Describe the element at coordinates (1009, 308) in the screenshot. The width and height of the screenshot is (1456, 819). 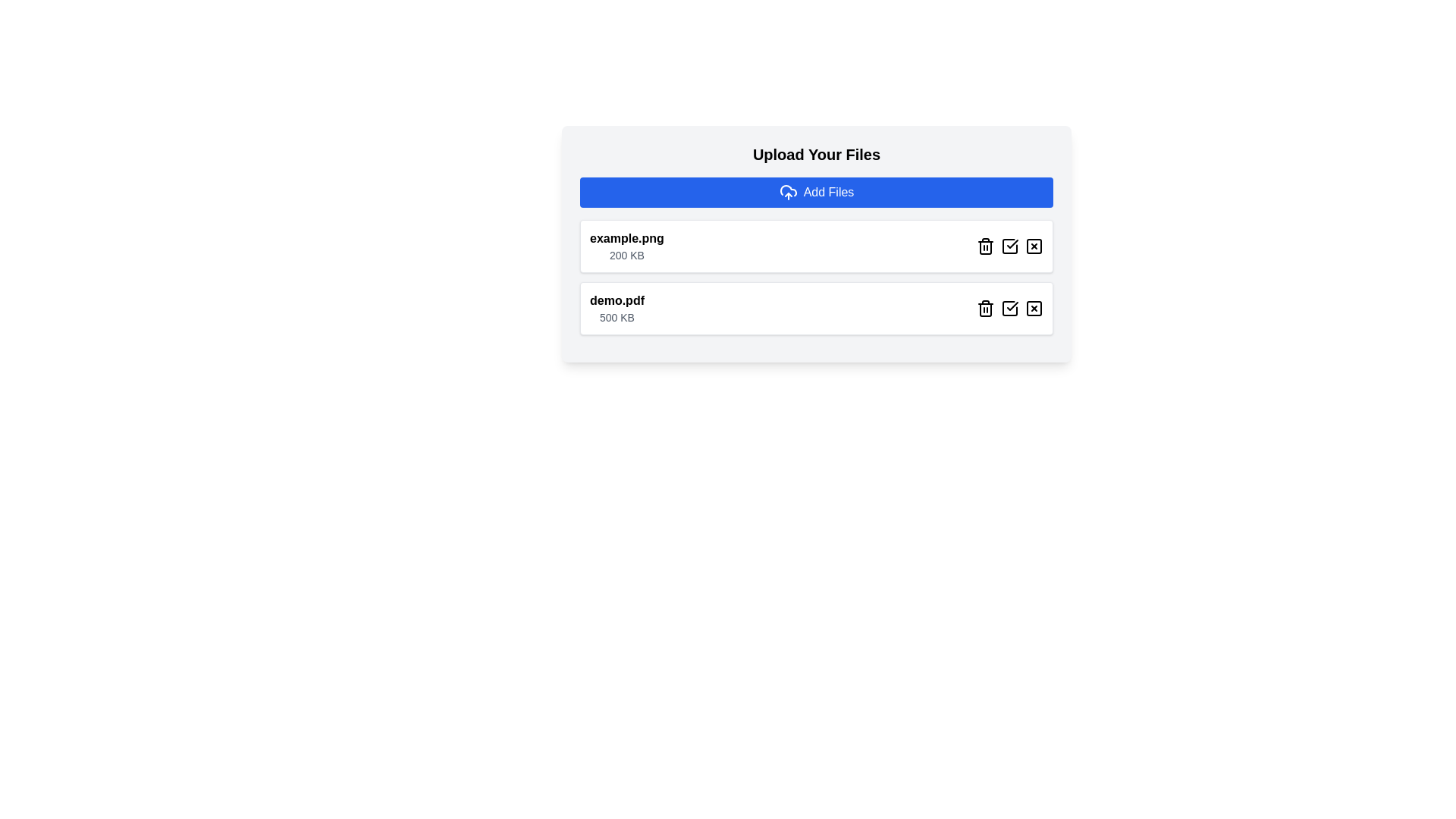
I see `the checkbox with a checkmark located to the right of the filename 'example.png'` at that location.